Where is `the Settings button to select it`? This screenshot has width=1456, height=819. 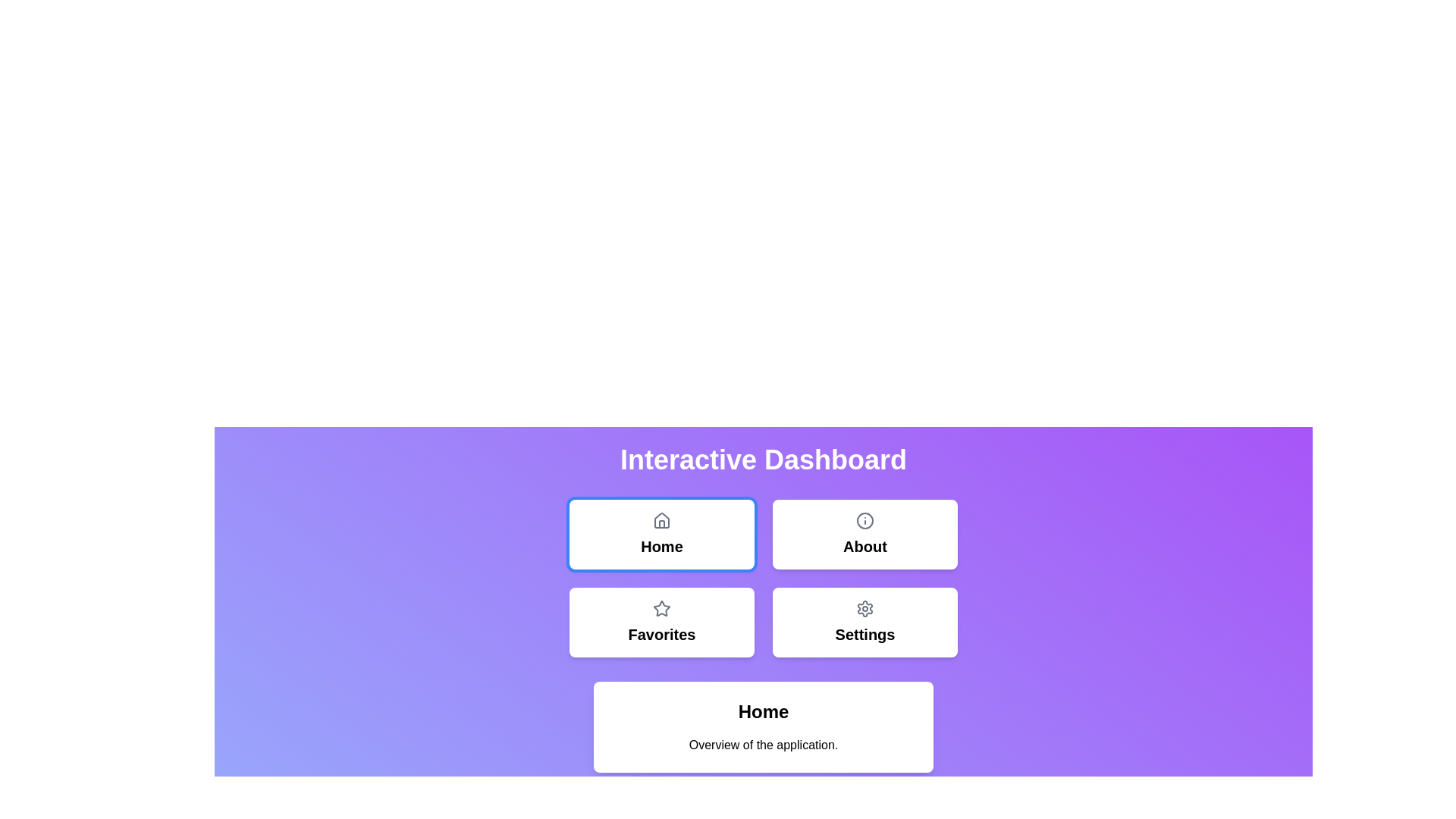
the Settings button to select it is located at coordinates (865, 623).